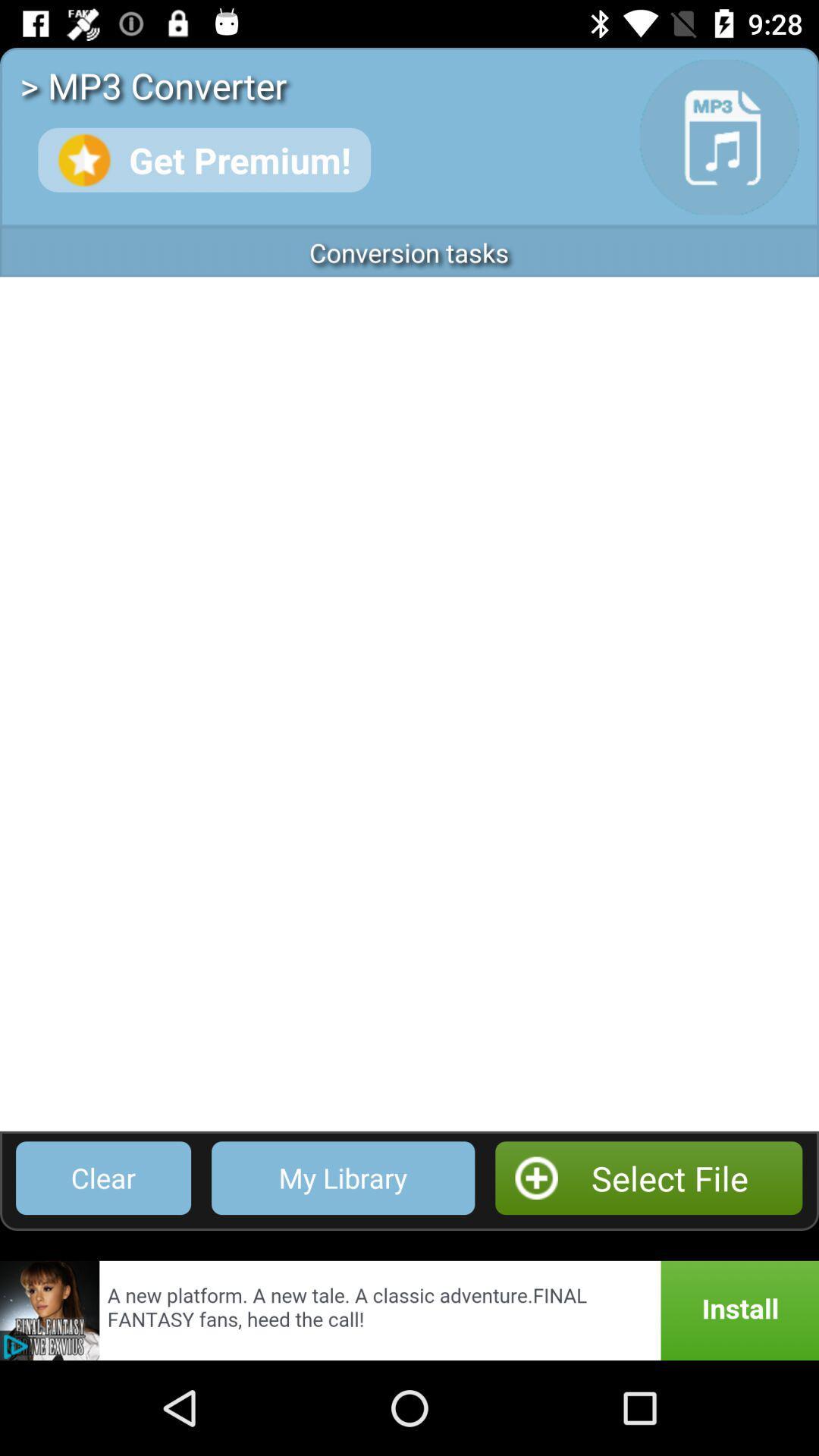 This screenshot has width=819, height=1456. Describe the element at coordinates (343, 1177) in the screenshot. I see `item to the right of clear icon` at that location.